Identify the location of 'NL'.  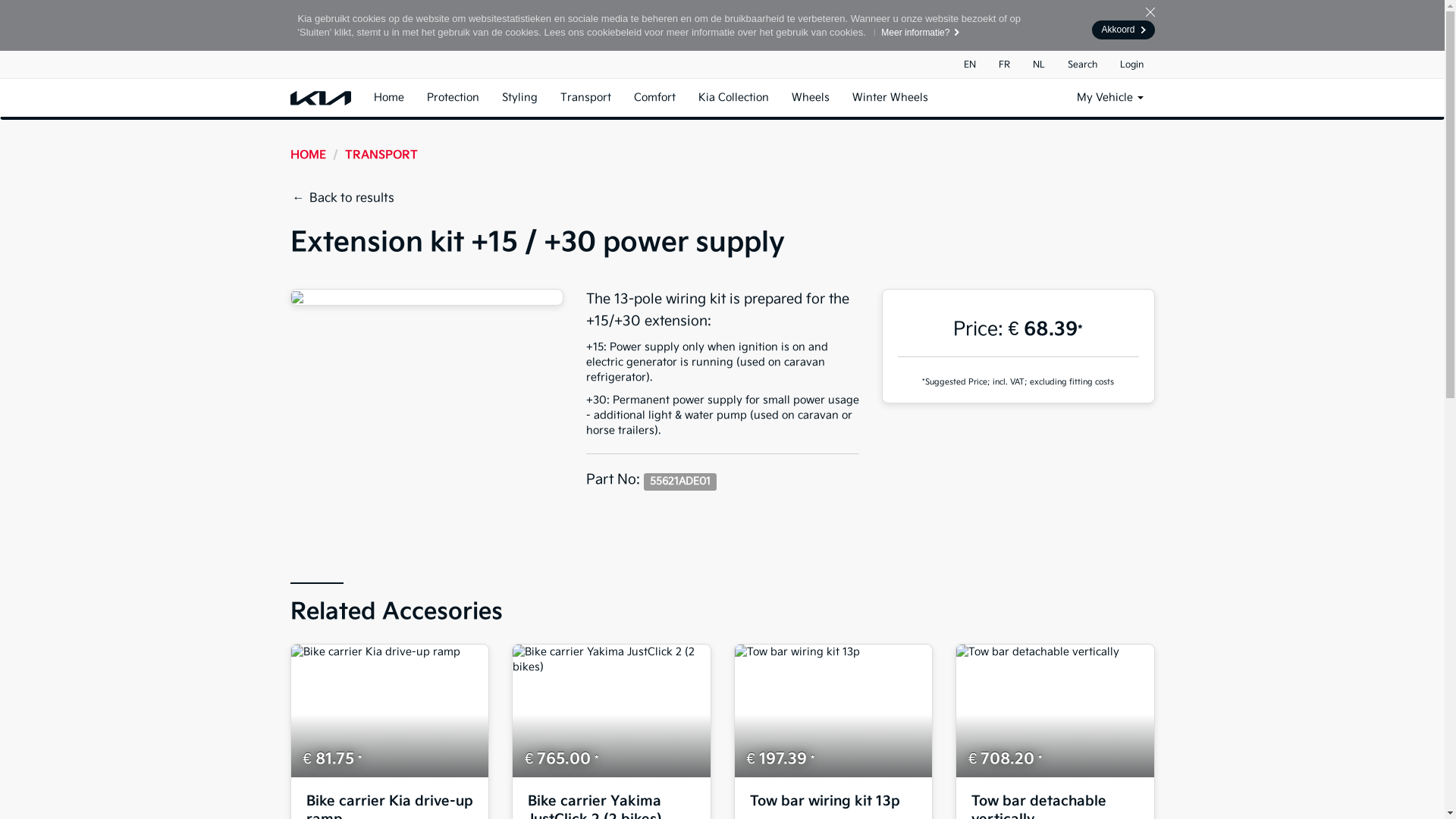
(1037, 64).